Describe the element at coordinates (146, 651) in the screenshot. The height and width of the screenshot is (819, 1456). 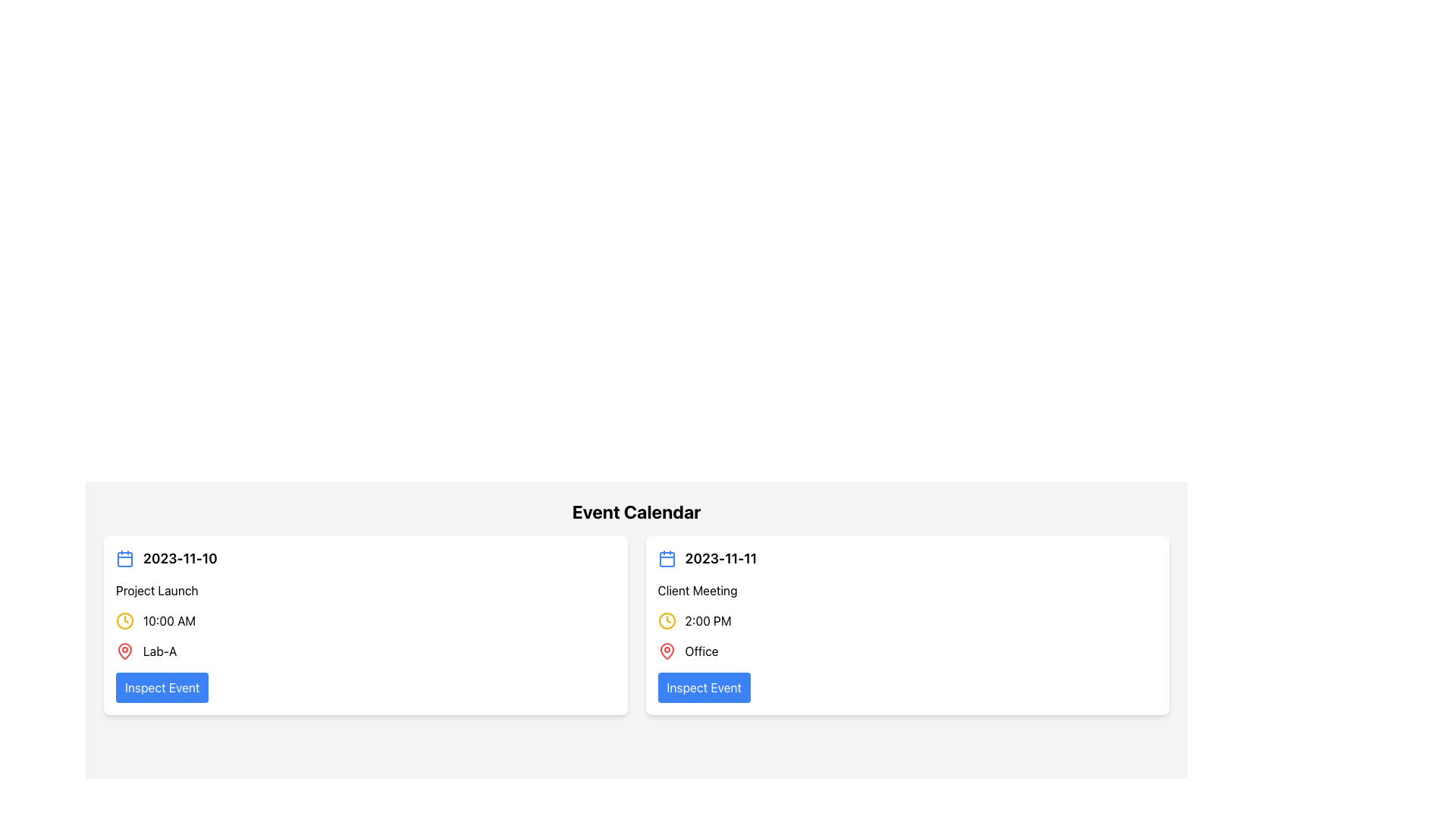
I see `the 'Lab-A' text label with the red map pin icon, which is located in the bottom-left area of the event card beneath the '10:00 AM' time detail` at that location.